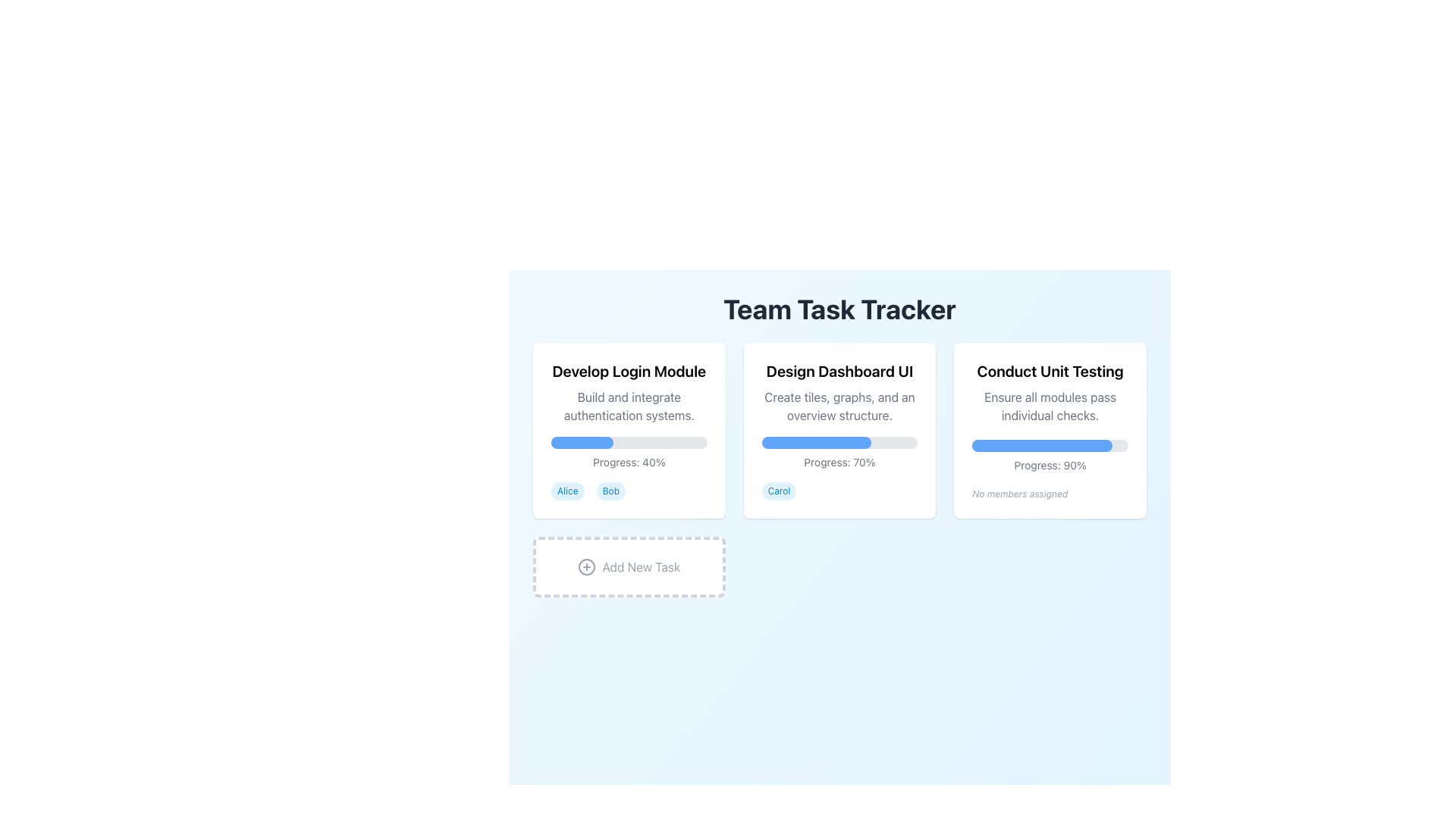  What do you see at coordinates (610, 491) in the screenshot?
I see `text of the second badge under the 'Develop Login Module' section, which visually indicates the assigned team member's name for the task` at bounding box center [610, 491].